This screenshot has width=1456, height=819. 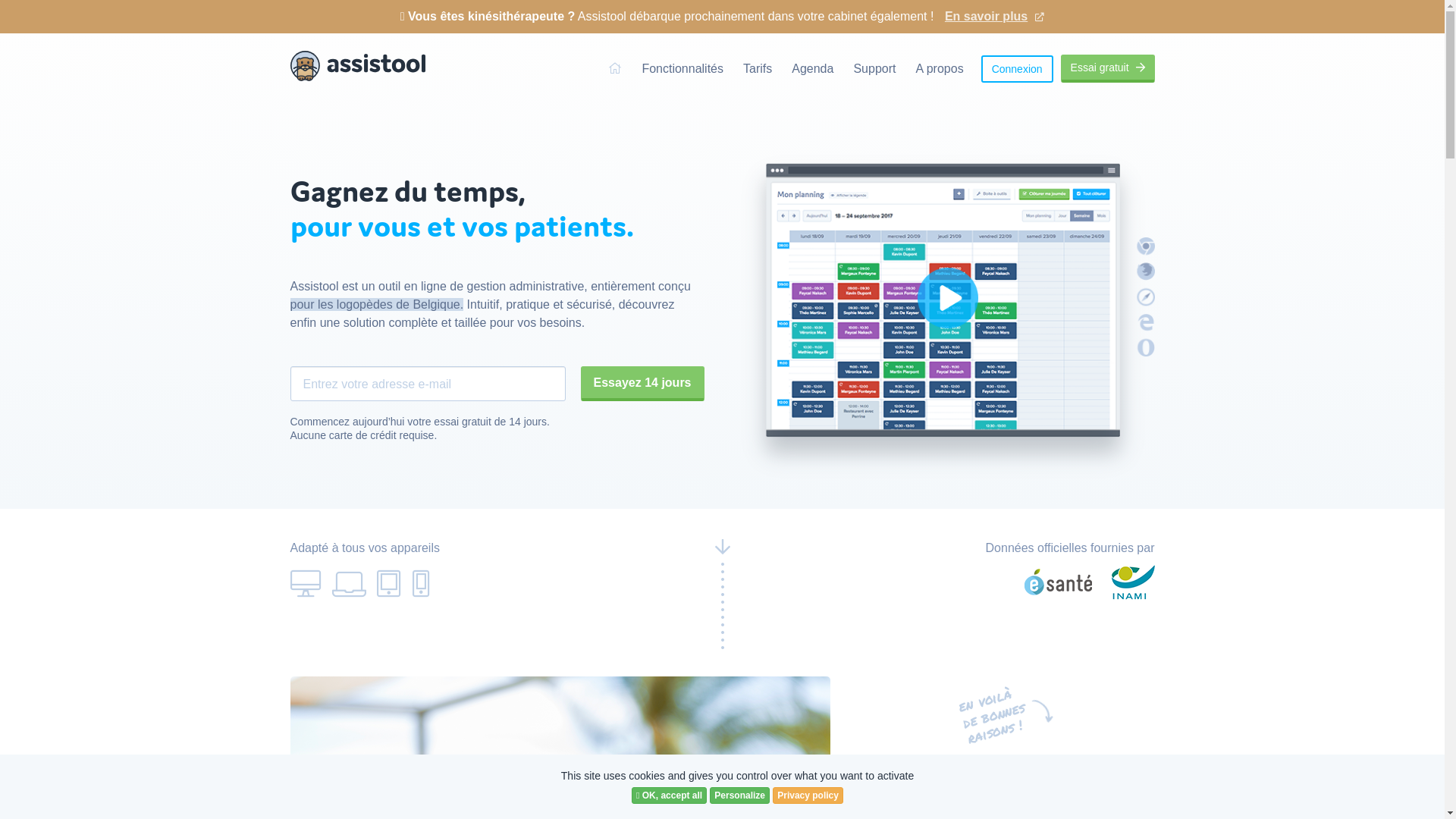 I want to click on 'Personalize', so click(x=709, y=795).